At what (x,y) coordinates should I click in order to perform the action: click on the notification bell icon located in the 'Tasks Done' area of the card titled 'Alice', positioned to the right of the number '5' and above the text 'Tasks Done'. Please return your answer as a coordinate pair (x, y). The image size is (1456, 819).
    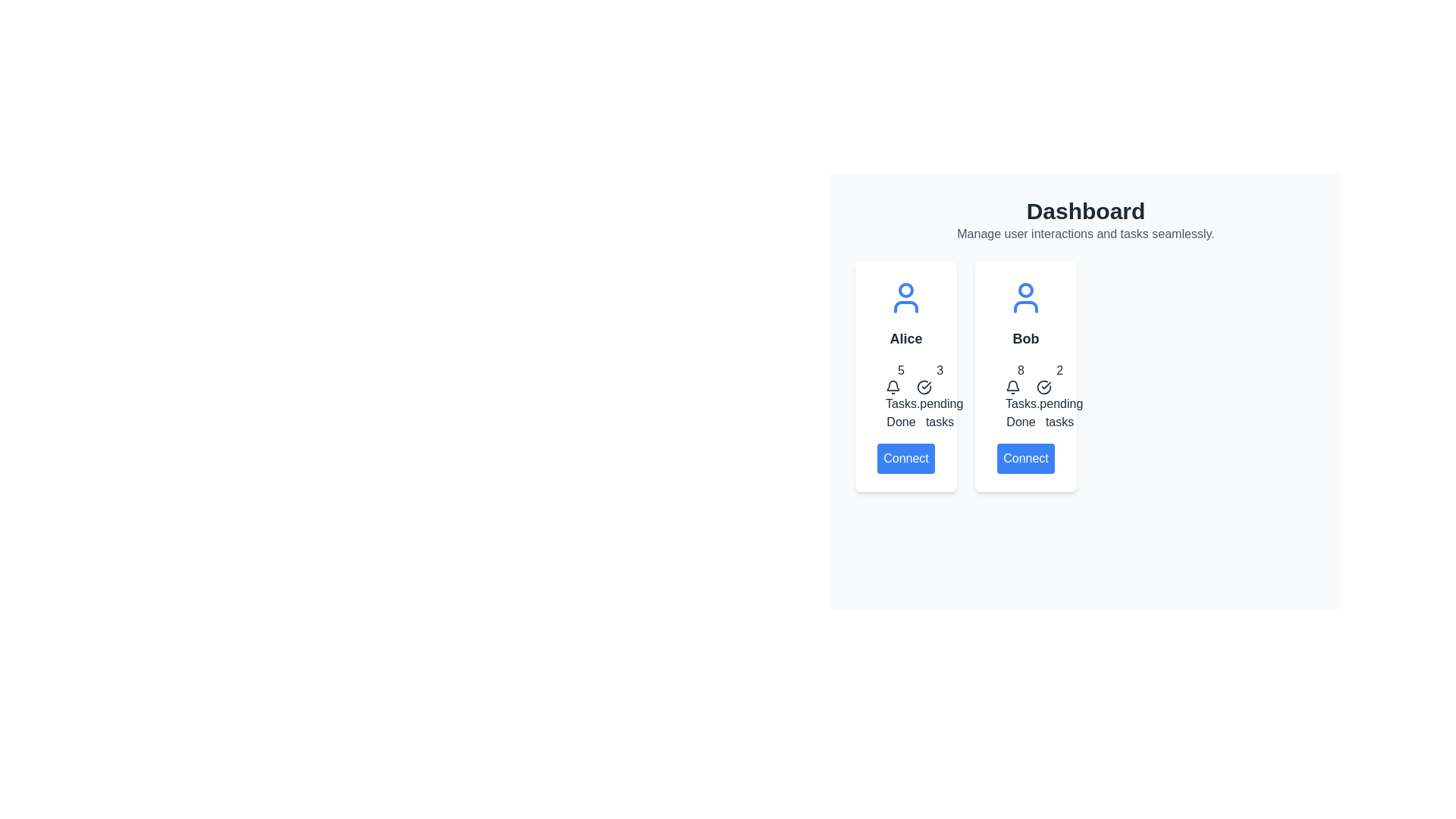
    Looking at the image, I should click on (893, 386).